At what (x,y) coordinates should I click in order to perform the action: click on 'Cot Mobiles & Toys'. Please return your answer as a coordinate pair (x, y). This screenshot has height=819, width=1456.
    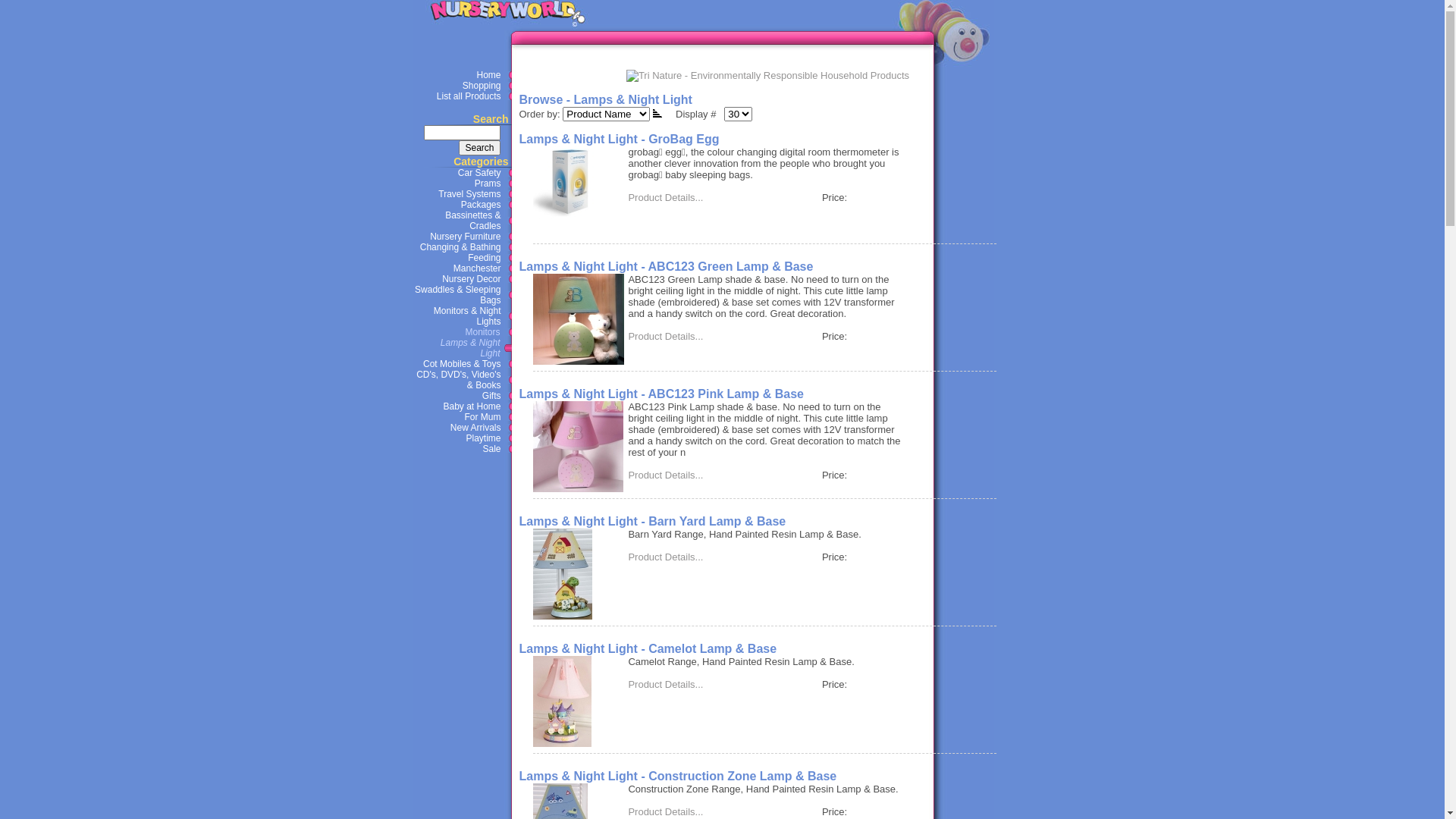
    Looking at the image, I should click on (412, 363).